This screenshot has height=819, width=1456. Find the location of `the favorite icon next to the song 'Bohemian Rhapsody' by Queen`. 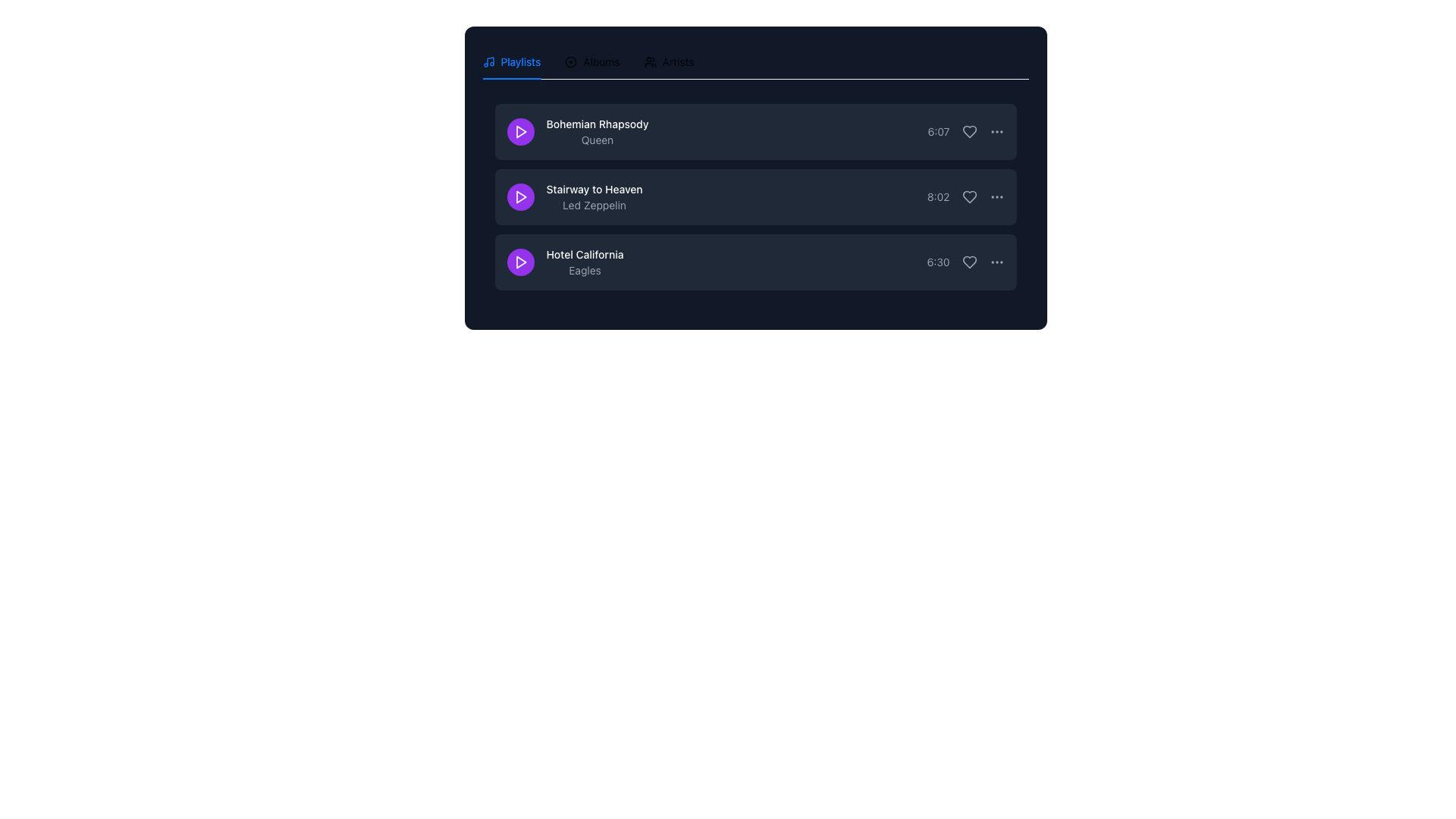

the favorite icon next to the song 'Bohemian Rhapsody' by Queen is located at coordinates (968, 130).